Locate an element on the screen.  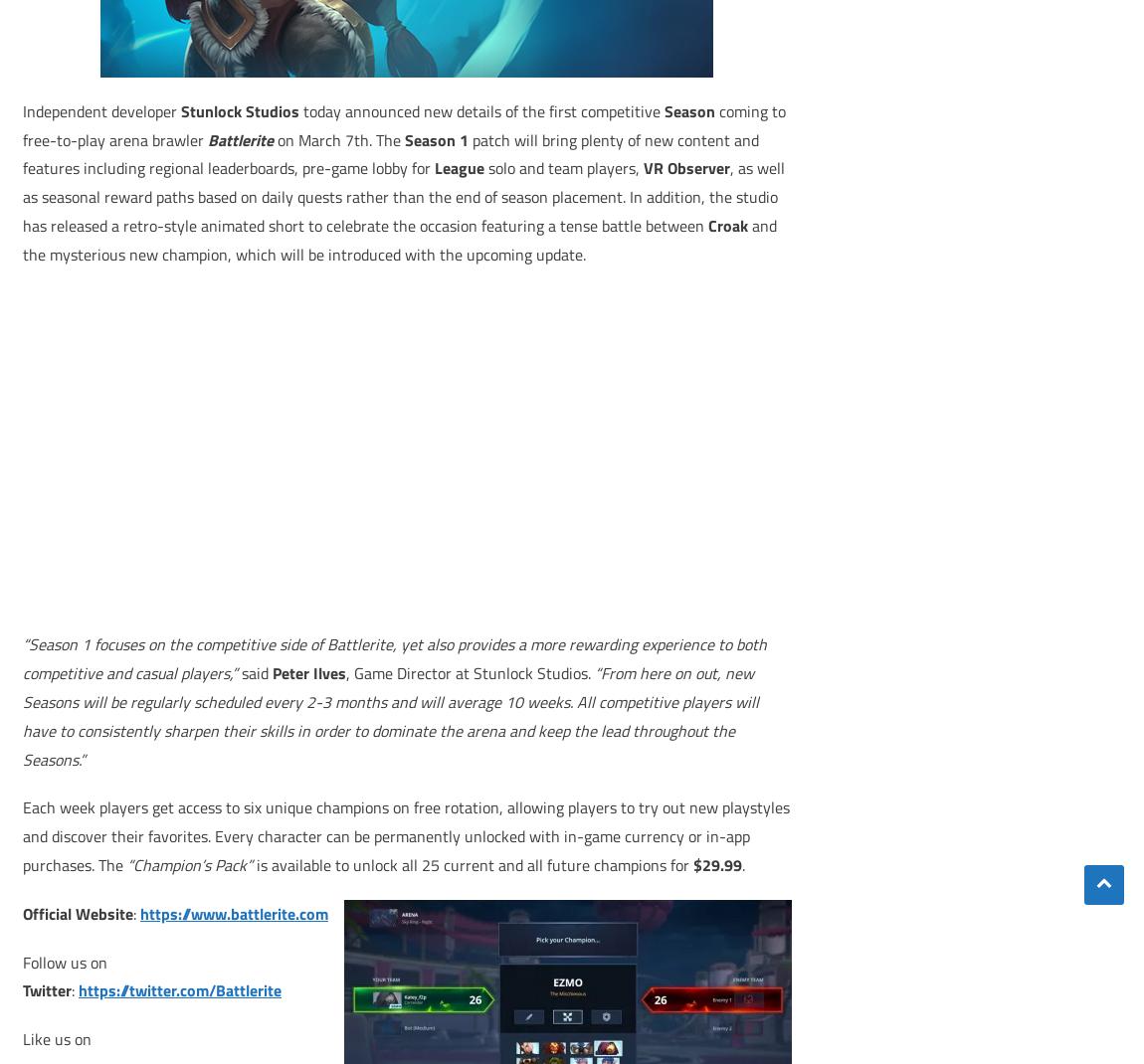
'Stunlock Studios' is located at coordinates (239, 109).